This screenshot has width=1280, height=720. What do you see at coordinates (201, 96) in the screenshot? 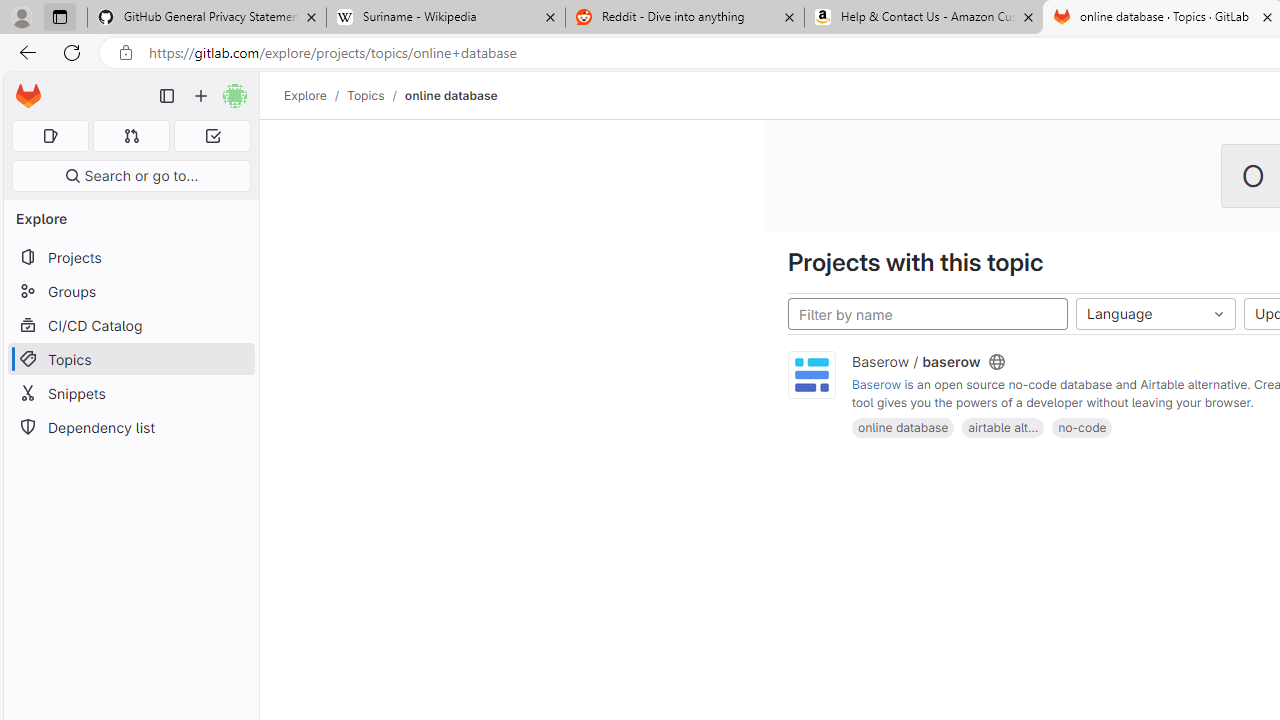
I see `'Create new...'` at bounding box center [201, 96].